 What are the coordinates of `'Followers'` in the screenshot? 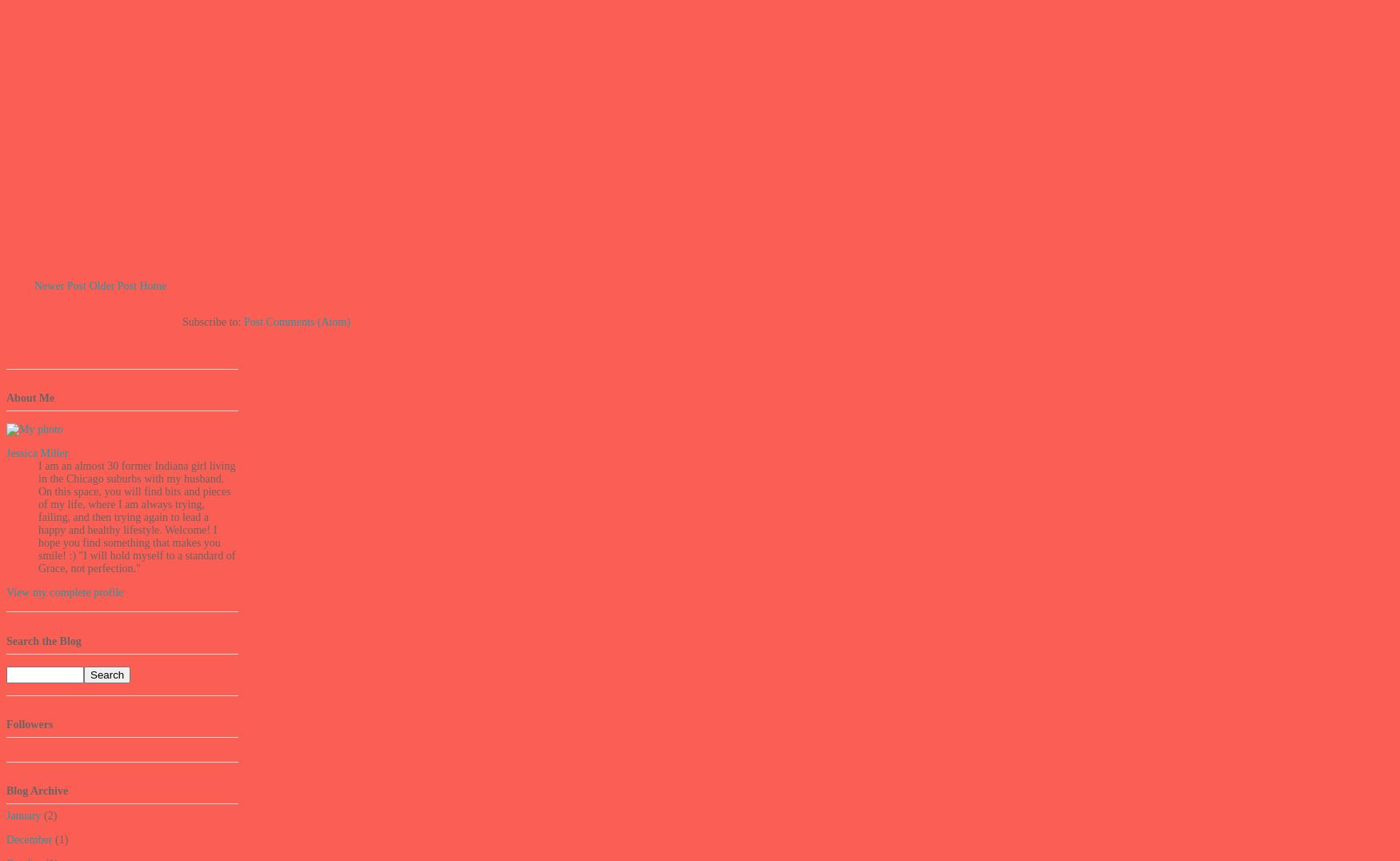 It's located at (28, 723).